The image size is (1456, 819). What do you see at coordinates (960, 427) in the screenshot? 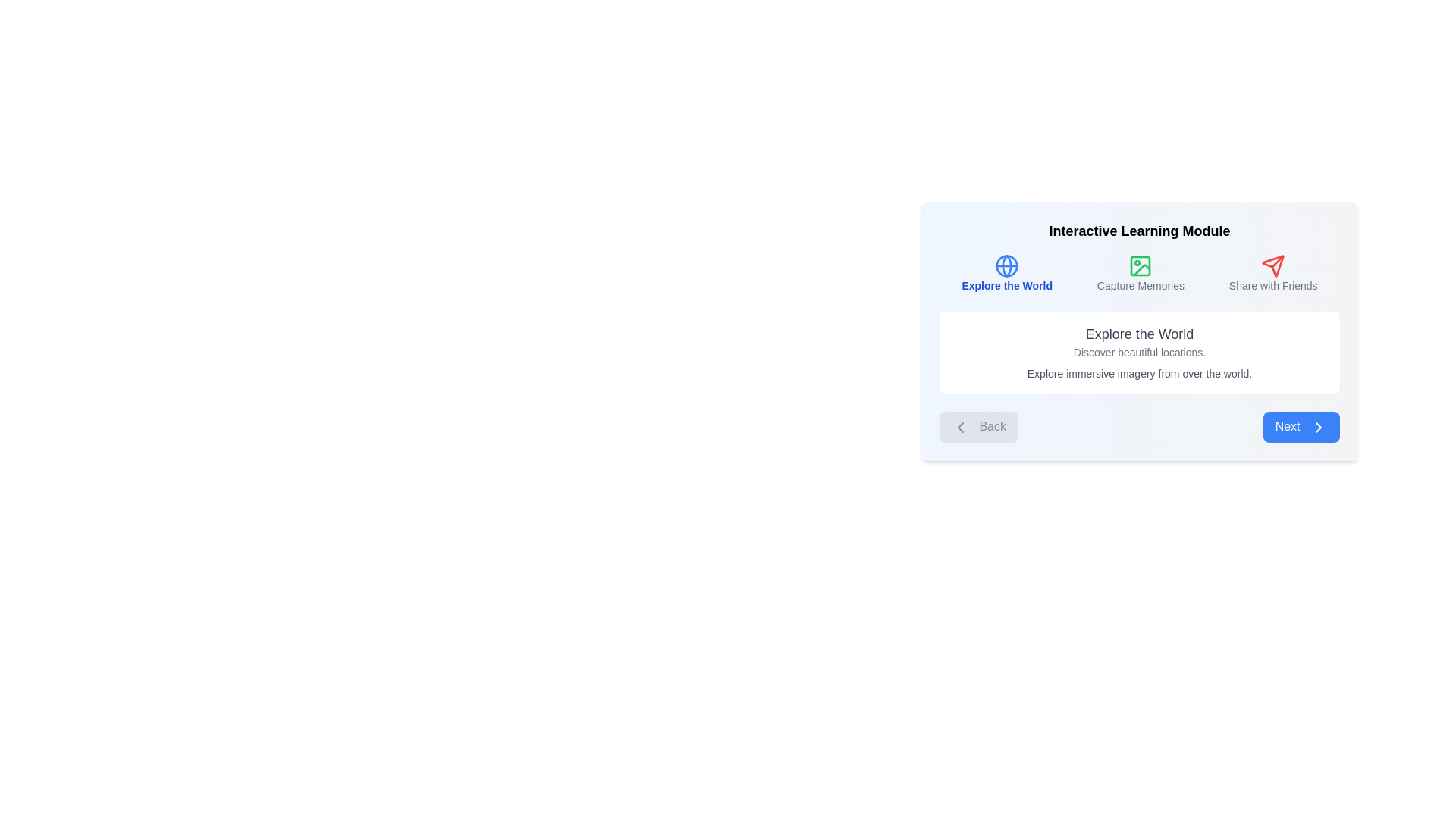
I see `the 'Back' button which features a chevron icon on its left side, indicating a backward navigation action` at bounding box center [960, 427].